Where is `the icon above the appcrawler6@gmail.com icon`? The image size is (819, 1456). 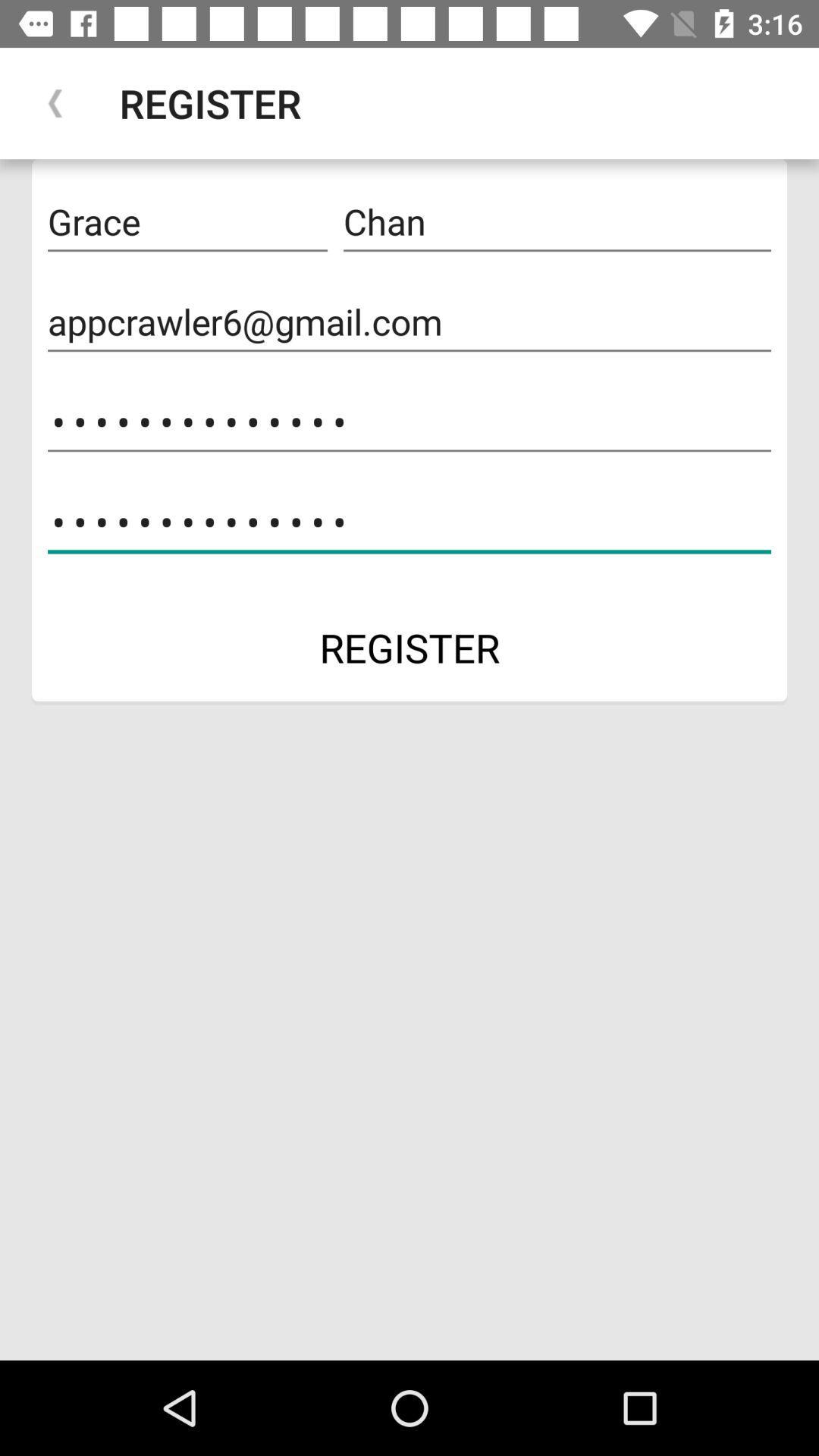
the icon above the appcrawler6@gmail.com icon is located at coordinates (187, 221).